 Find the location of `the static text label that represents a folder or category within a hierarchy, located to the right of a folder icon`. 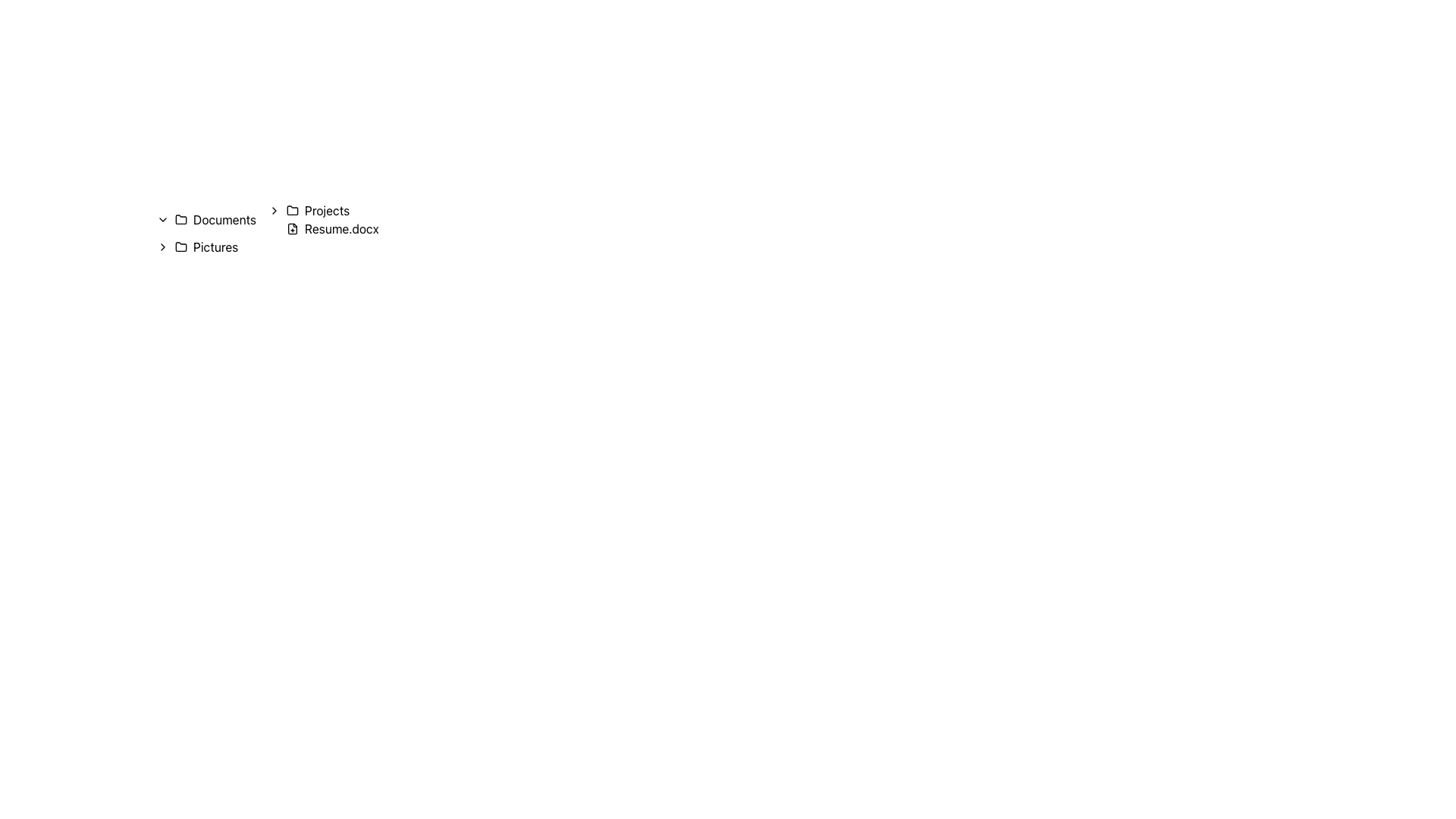

the static text label that represents a folder or category within a hierarchy, located to the right of a folder icon is located at coordinates (326, 210).